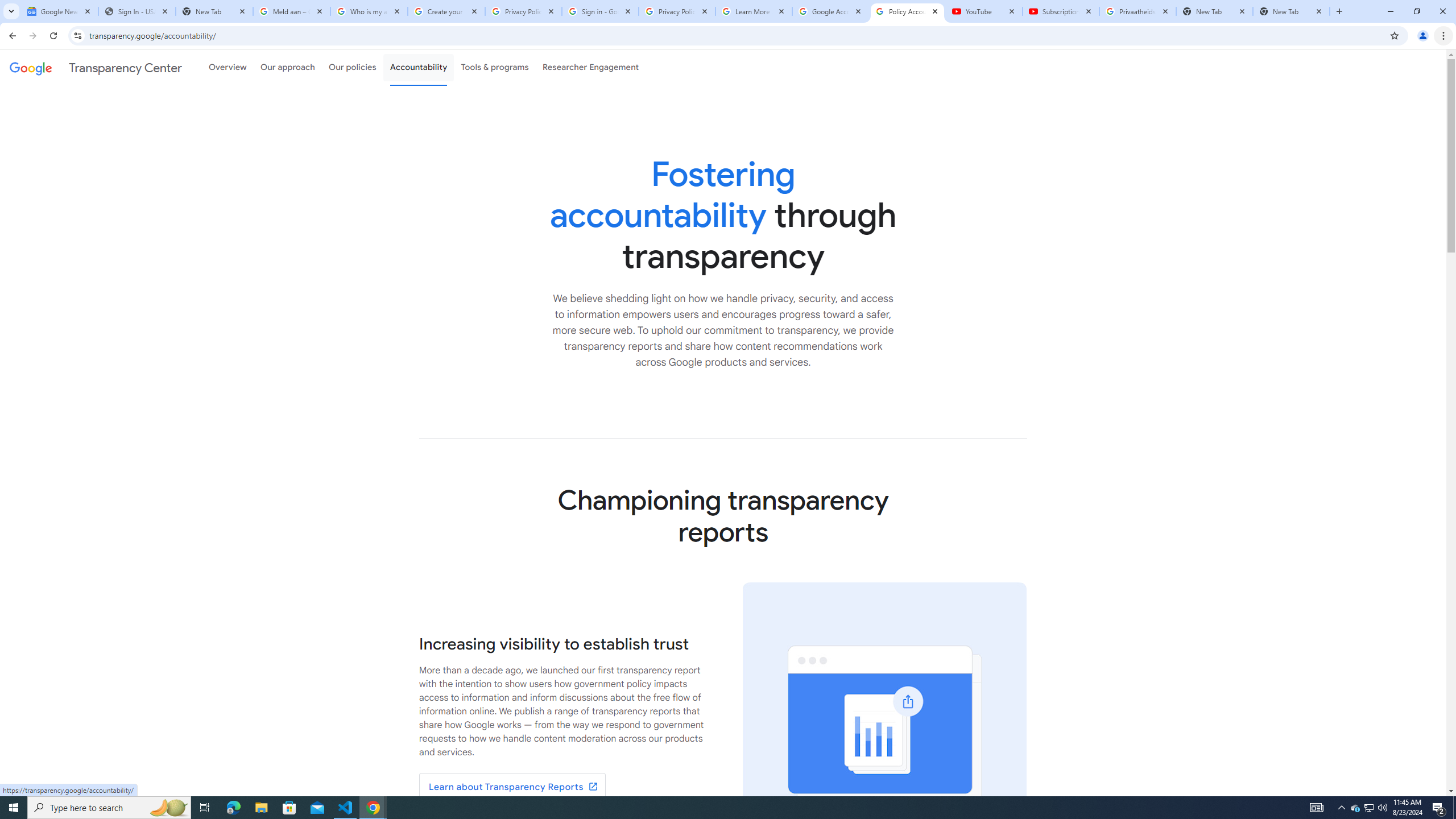  What do you see at coordinates (1291, 11) in the screenshot?
I see `'New Tab'` at bounding box center [1291, 11].